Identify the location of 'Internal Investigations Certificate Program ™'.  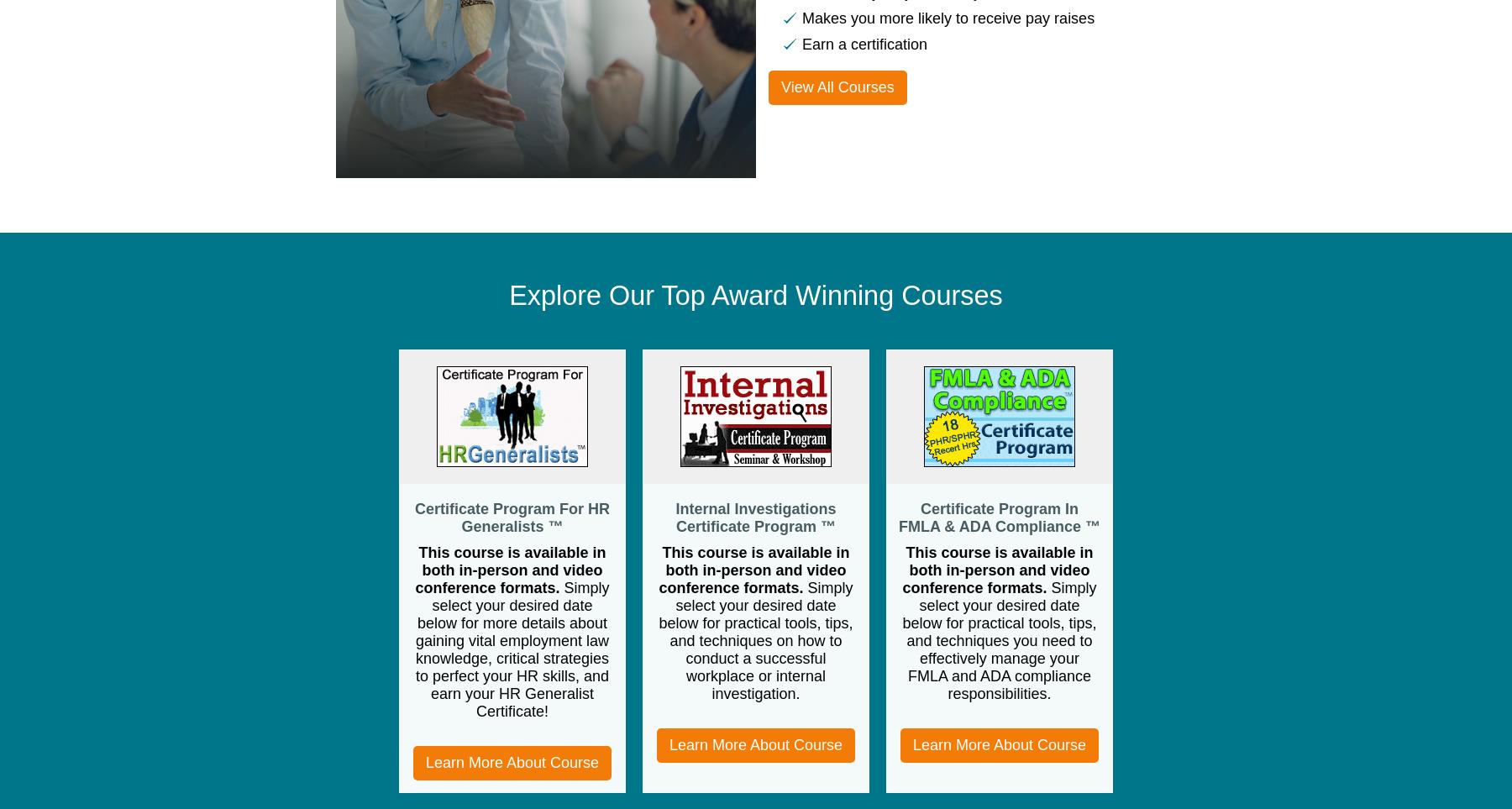
(755, 516).